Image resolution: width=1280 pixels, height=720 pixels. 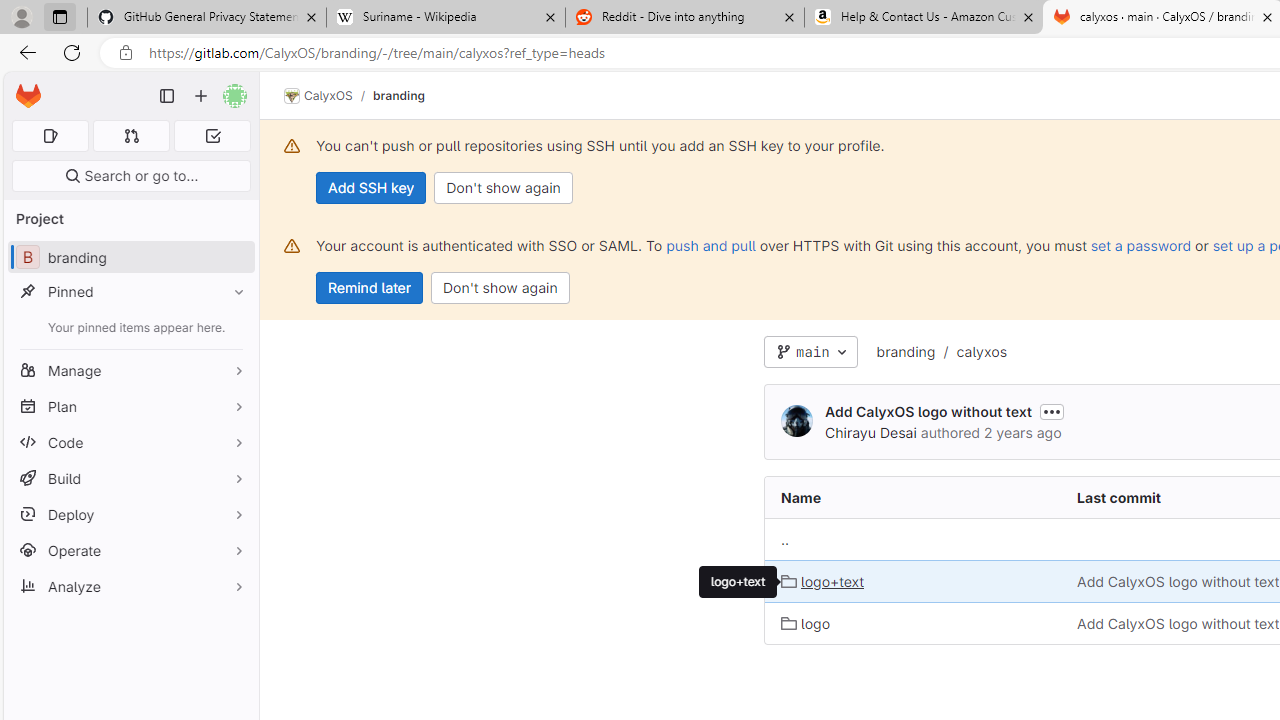 What do you see at coordinates (1141, 244) in the screenshot?
I see `'set a password'` at bounding box center [1141, 244].